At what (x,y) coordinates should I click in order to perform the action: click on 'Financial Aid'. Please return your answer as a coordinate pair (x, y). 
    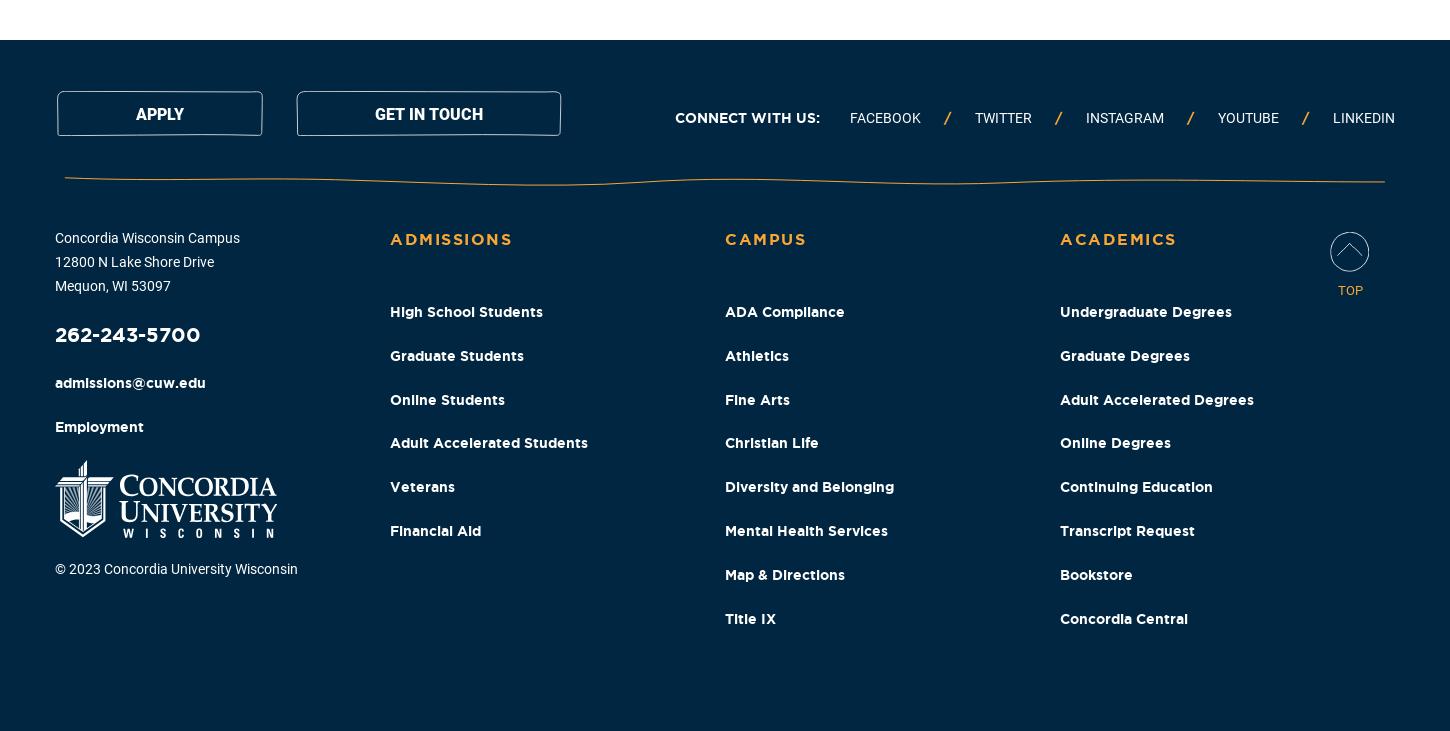
    Looking at the image, I should click on (434, 528).